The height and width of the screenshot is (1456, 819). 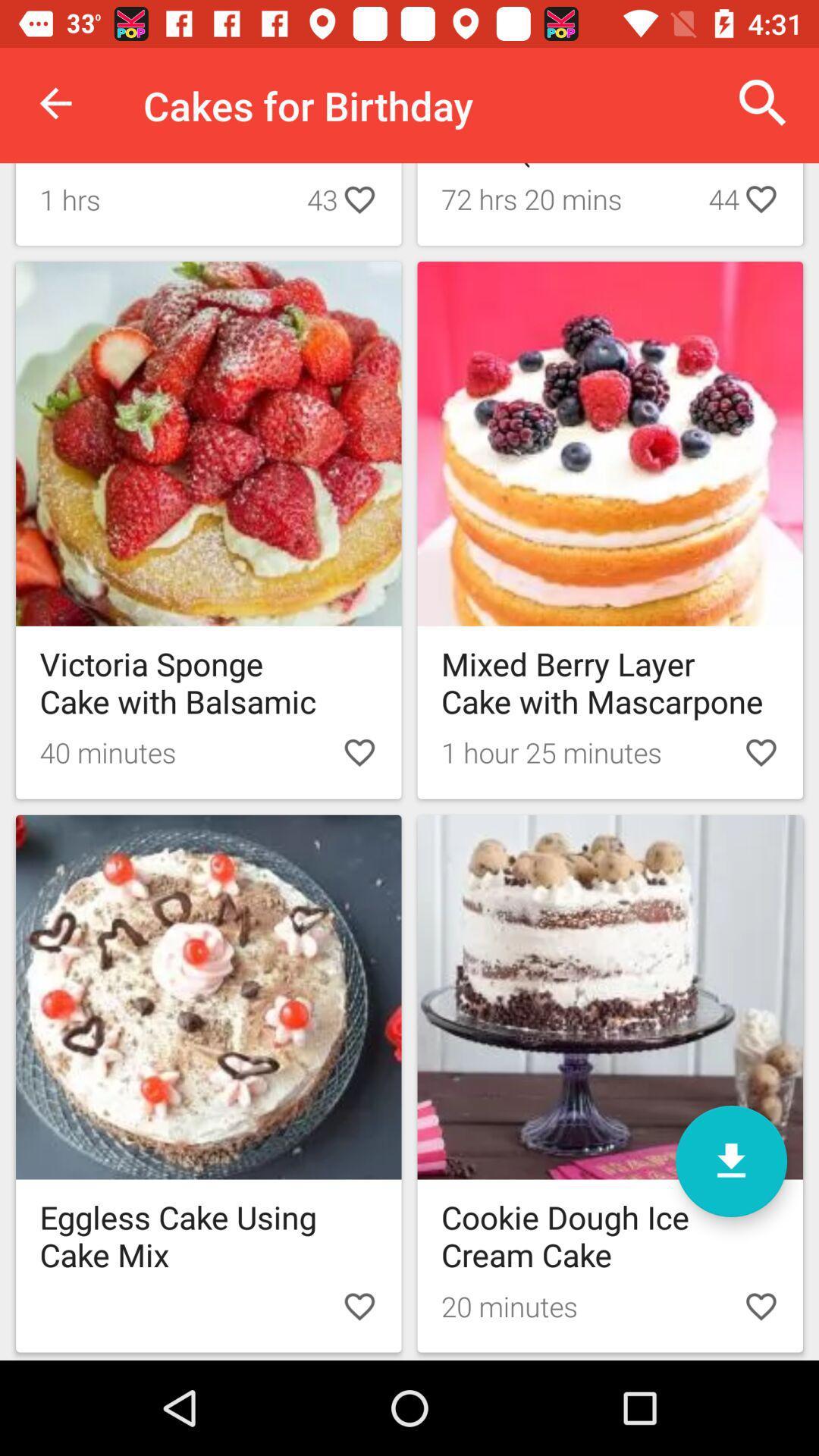 I want to click on the file_download icon, so click(x=730, y=1160).